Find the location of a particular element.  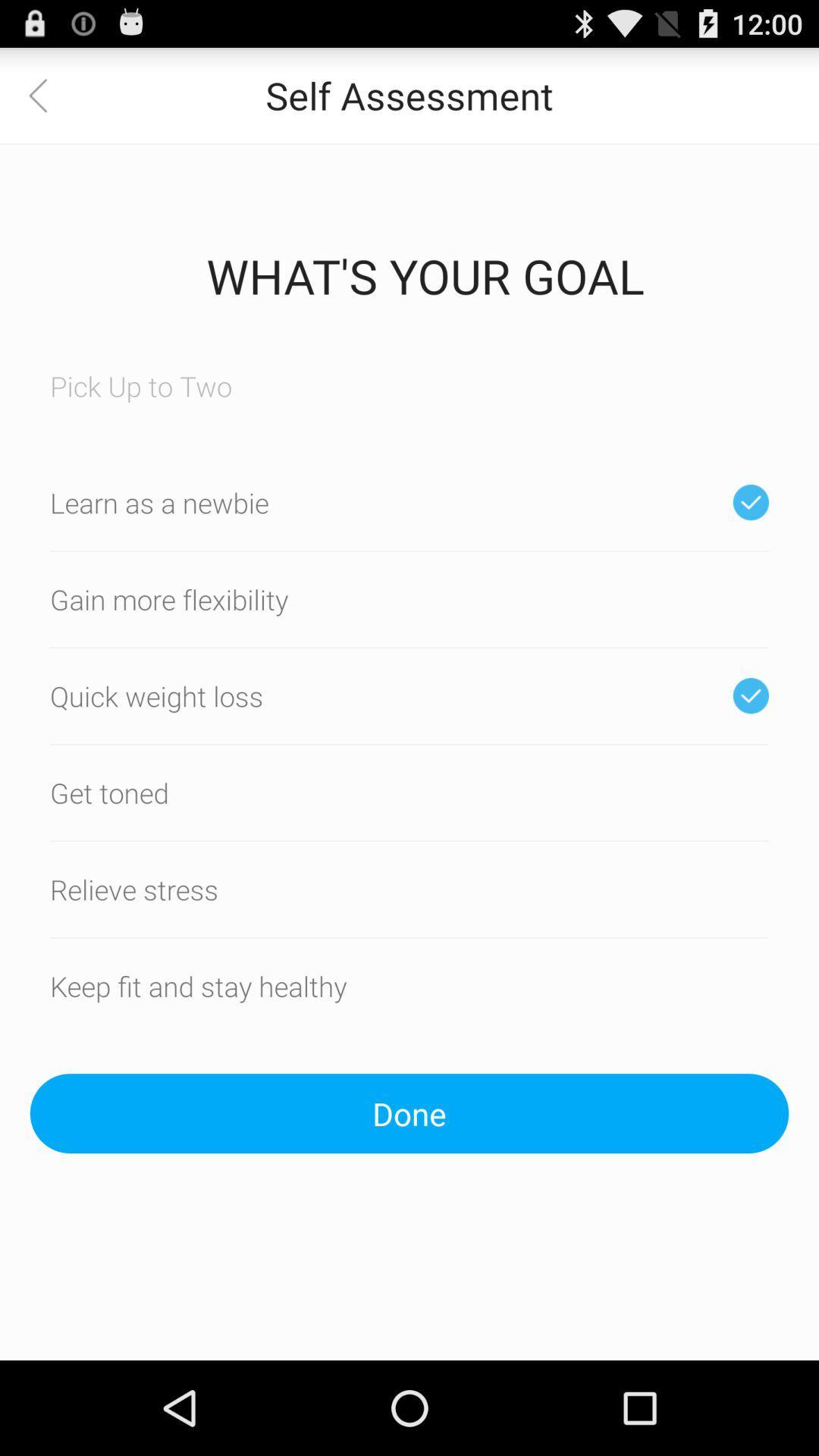

the app to the left of self assessment icon is located at coordinates (46, 94).